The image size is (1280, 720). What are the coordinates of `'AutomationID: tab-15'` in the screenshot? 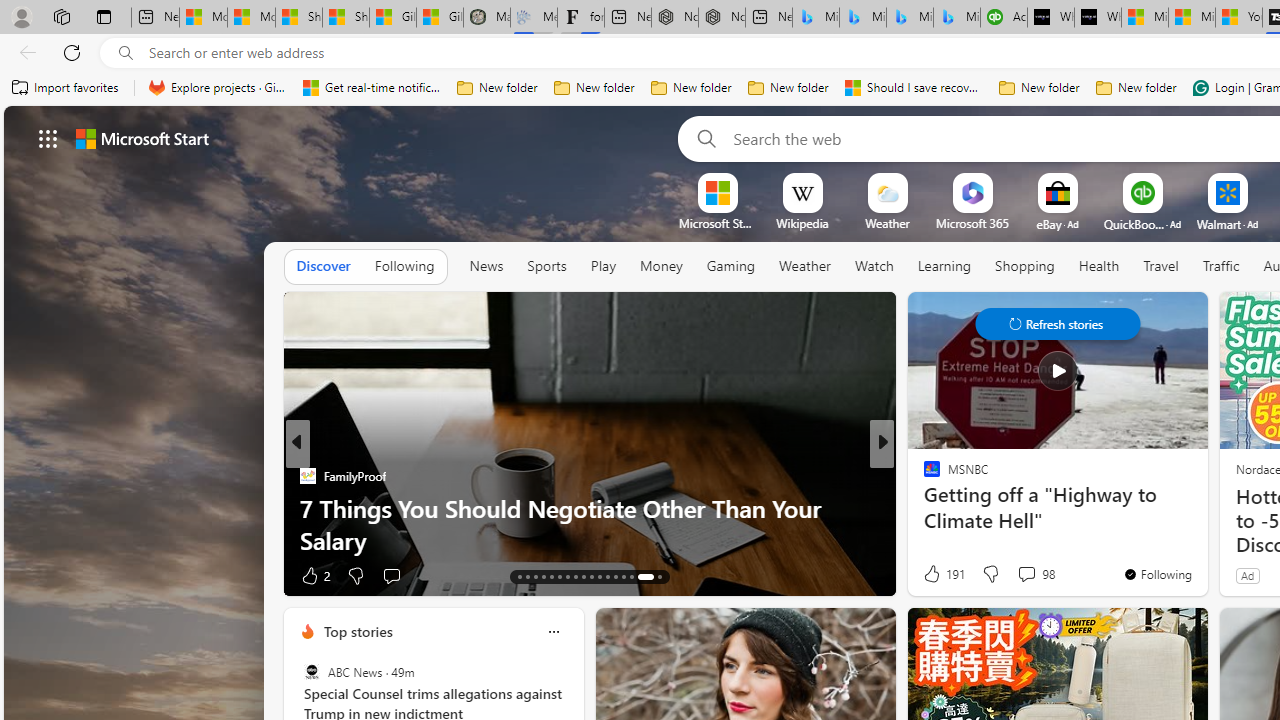 It's located at (535, 577).